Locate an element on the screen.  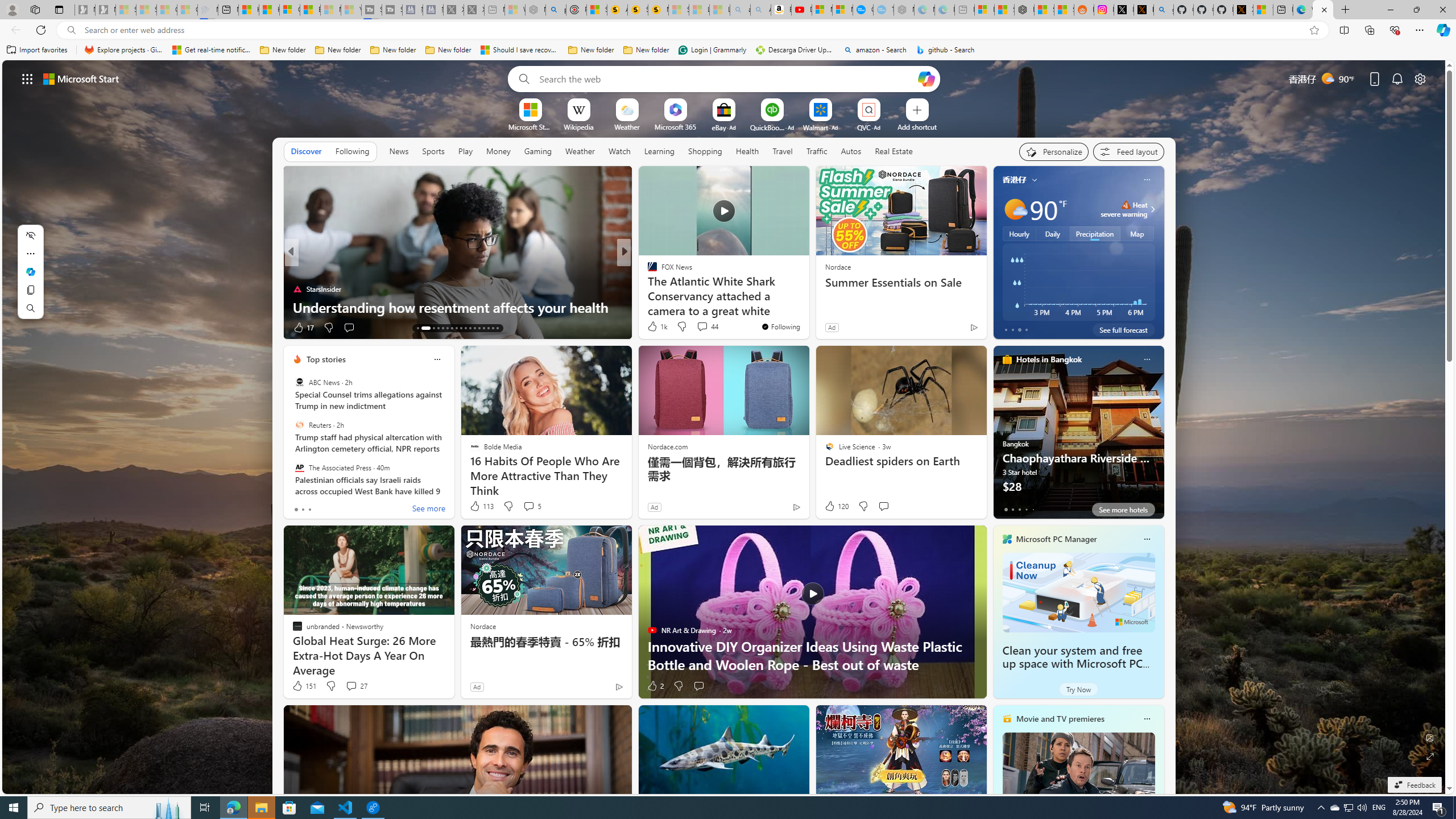
'Opinion: Op-Ed and Commentary - USA TODAY' is located at coordinates (862, 9).